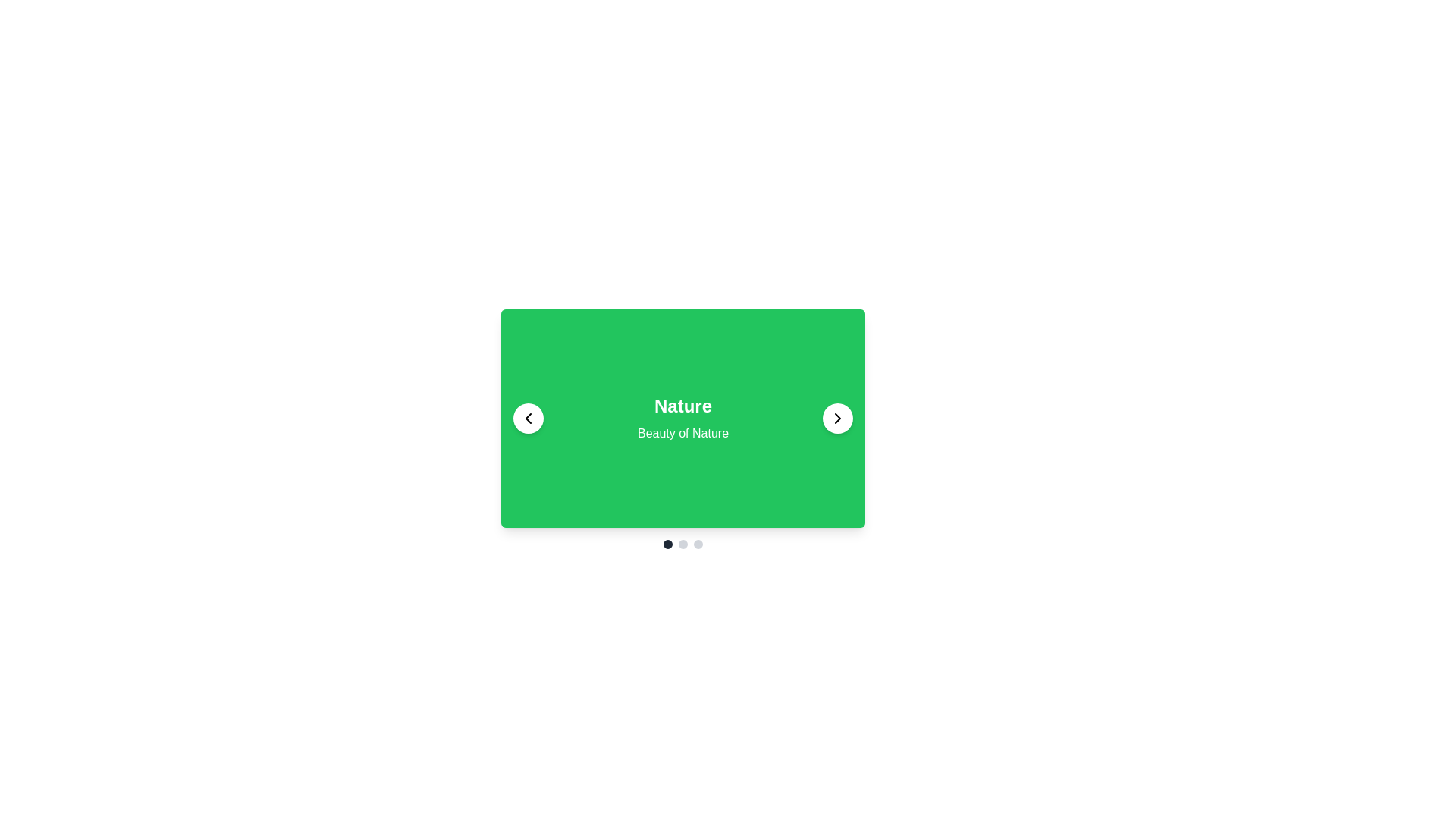 This screenshot has height=819, width=1456. I want to click on the central content display area banner depicting 'Nature', so click(682, 418).